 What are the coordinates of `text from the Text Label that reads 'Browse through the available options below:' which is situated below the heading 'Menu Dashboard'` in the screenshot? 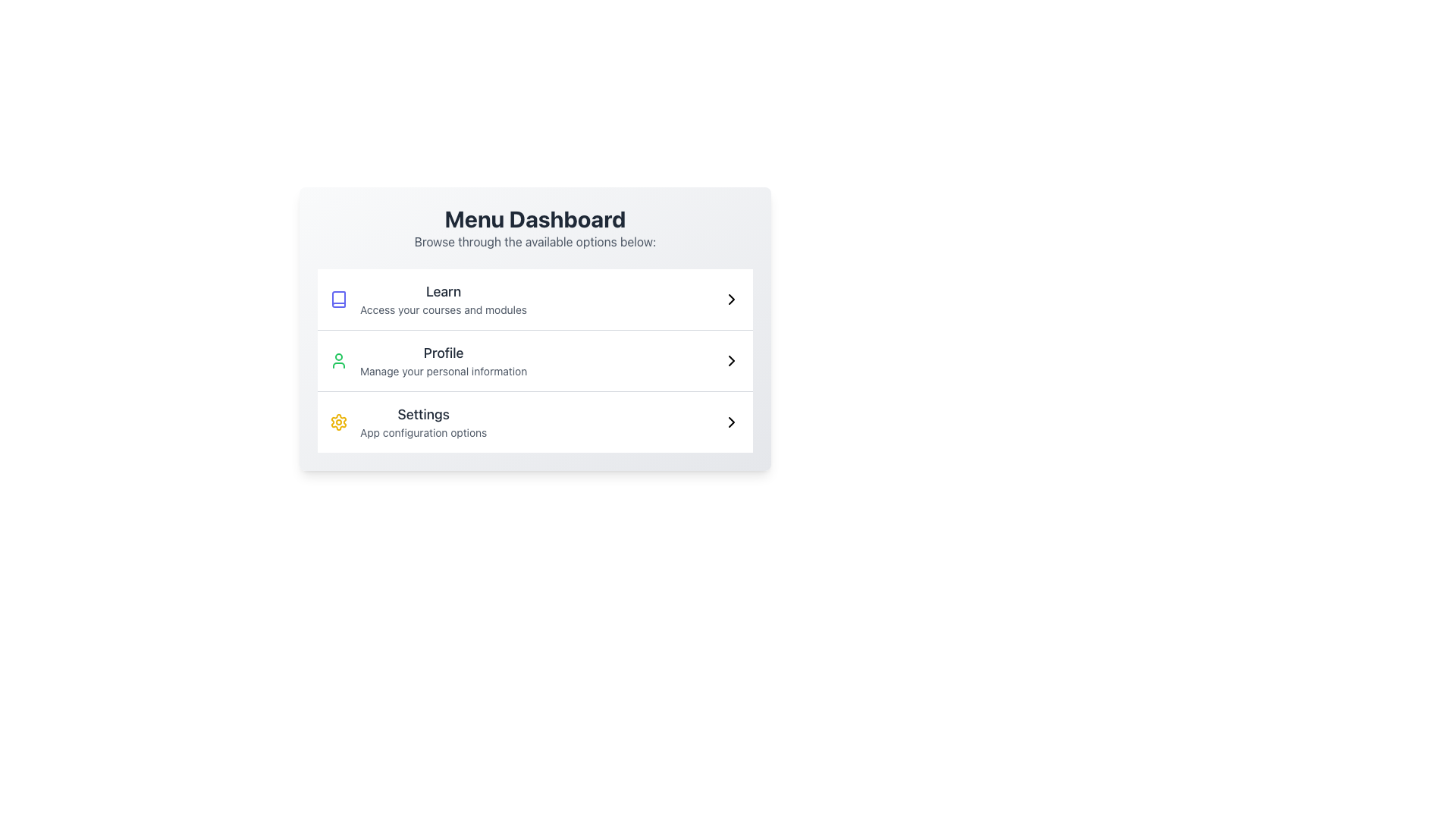 It's located at (535, 241).